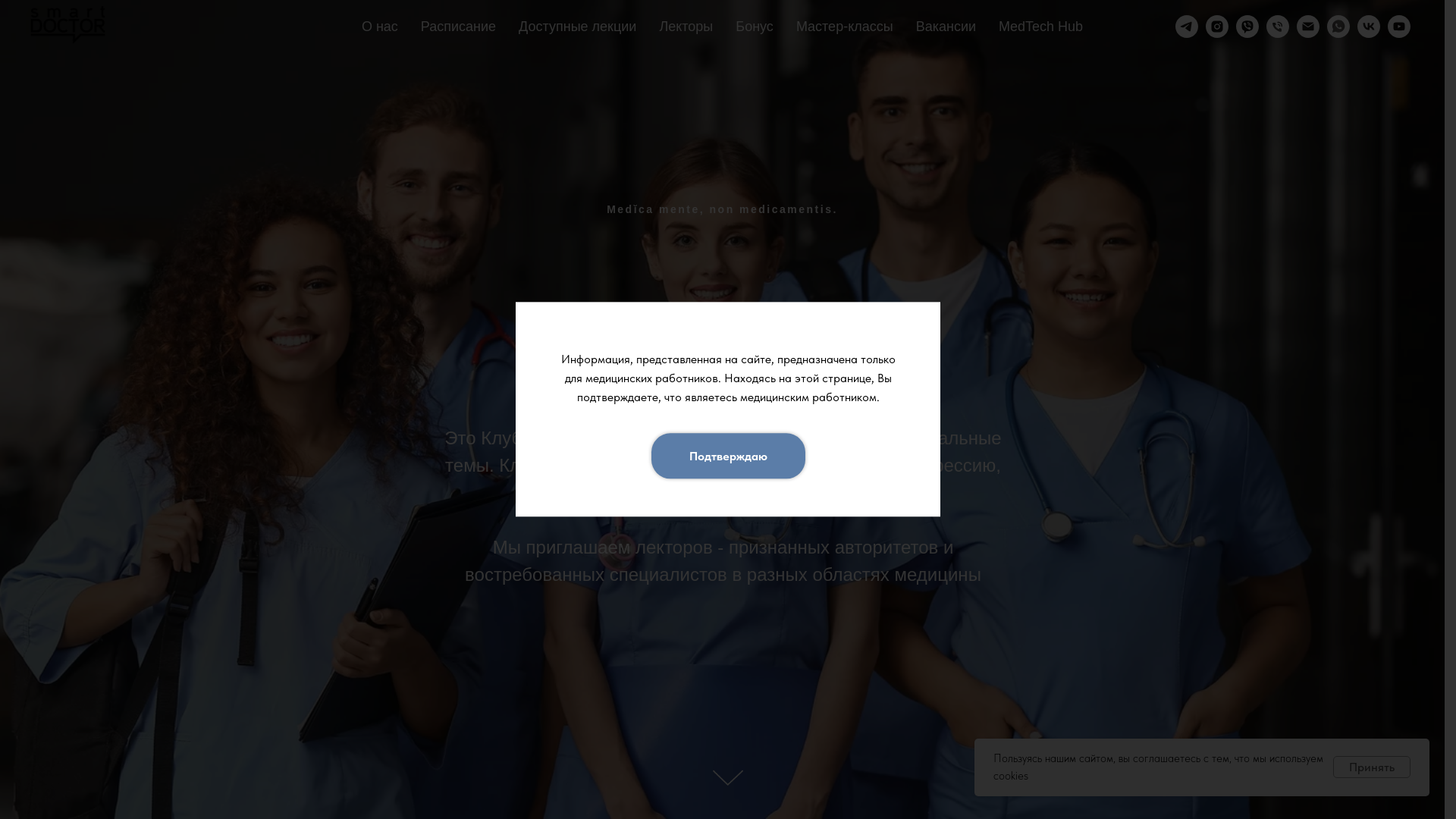  What do you see at coordinates (998, 26) in the screenshot?
I see `'MedTech Hub'` at bounding box center [998, 26].